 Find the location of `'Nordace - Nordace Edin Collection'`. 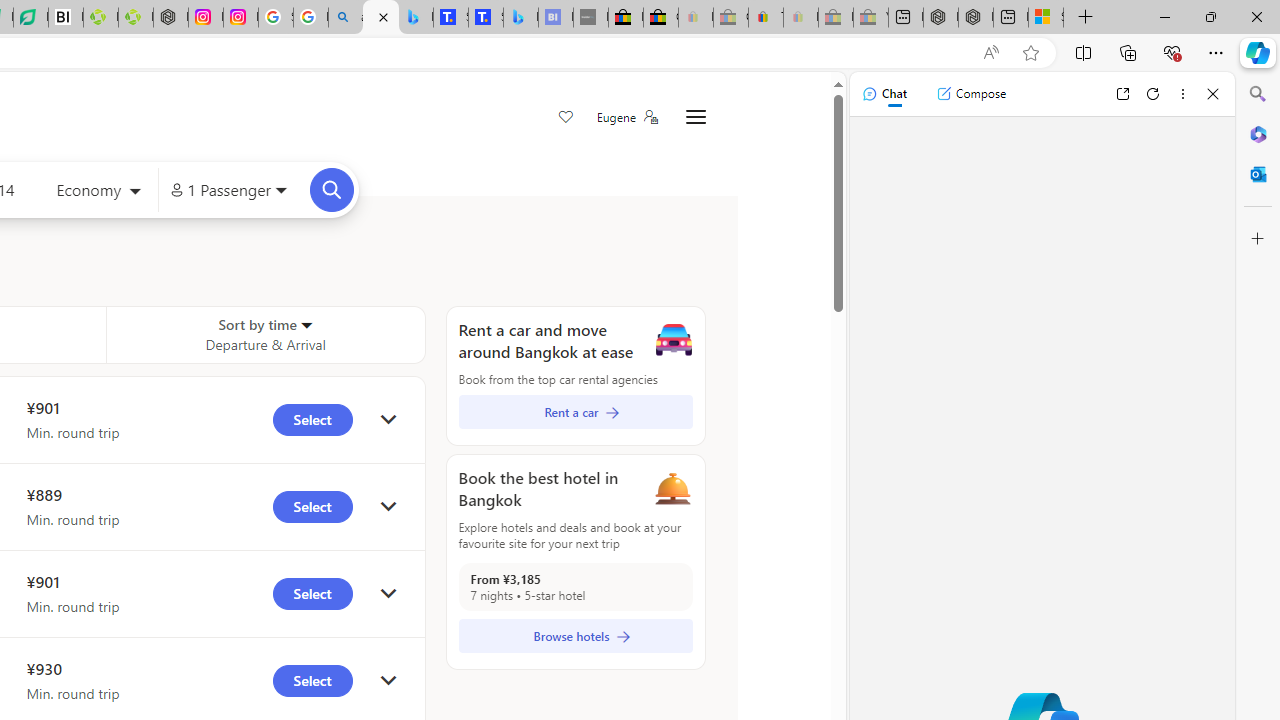

'Nordace - Nordace Edin Collection' is located at coordinates (170, 17).